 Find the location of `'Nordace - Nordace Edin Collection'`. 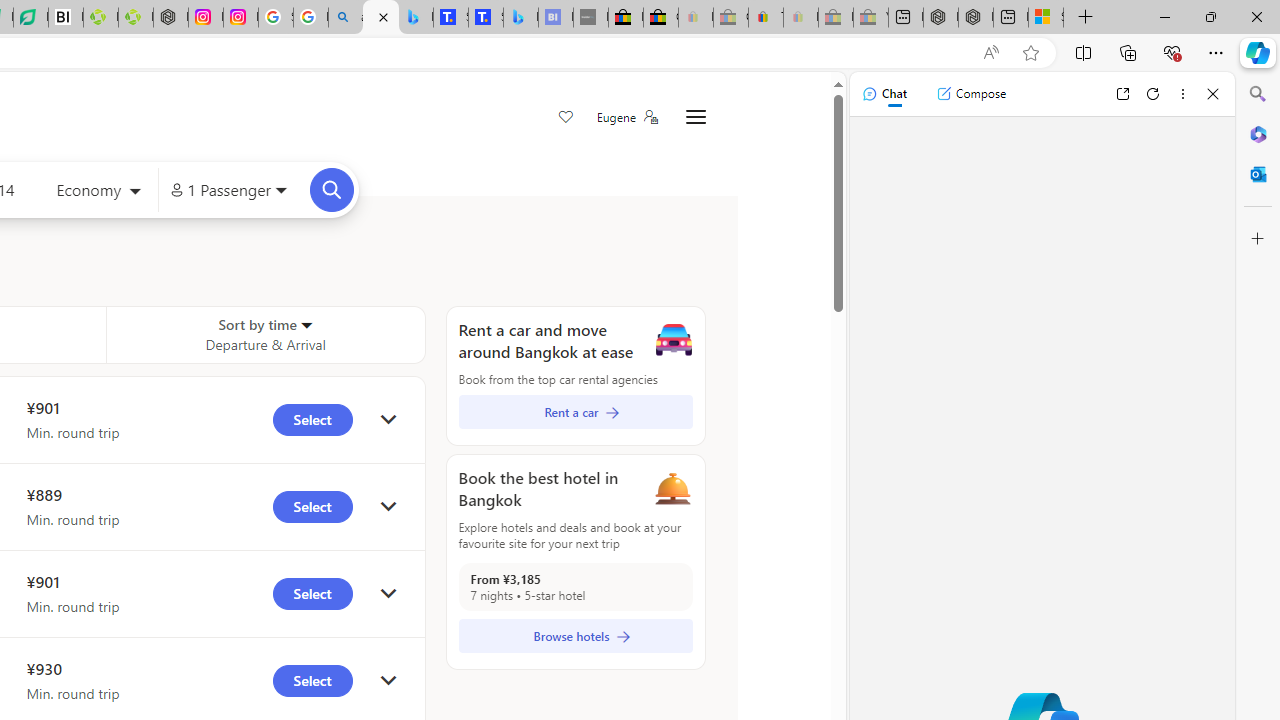

'Nordace - Nordace Edin Collection' is located at coordinates (170, 17).